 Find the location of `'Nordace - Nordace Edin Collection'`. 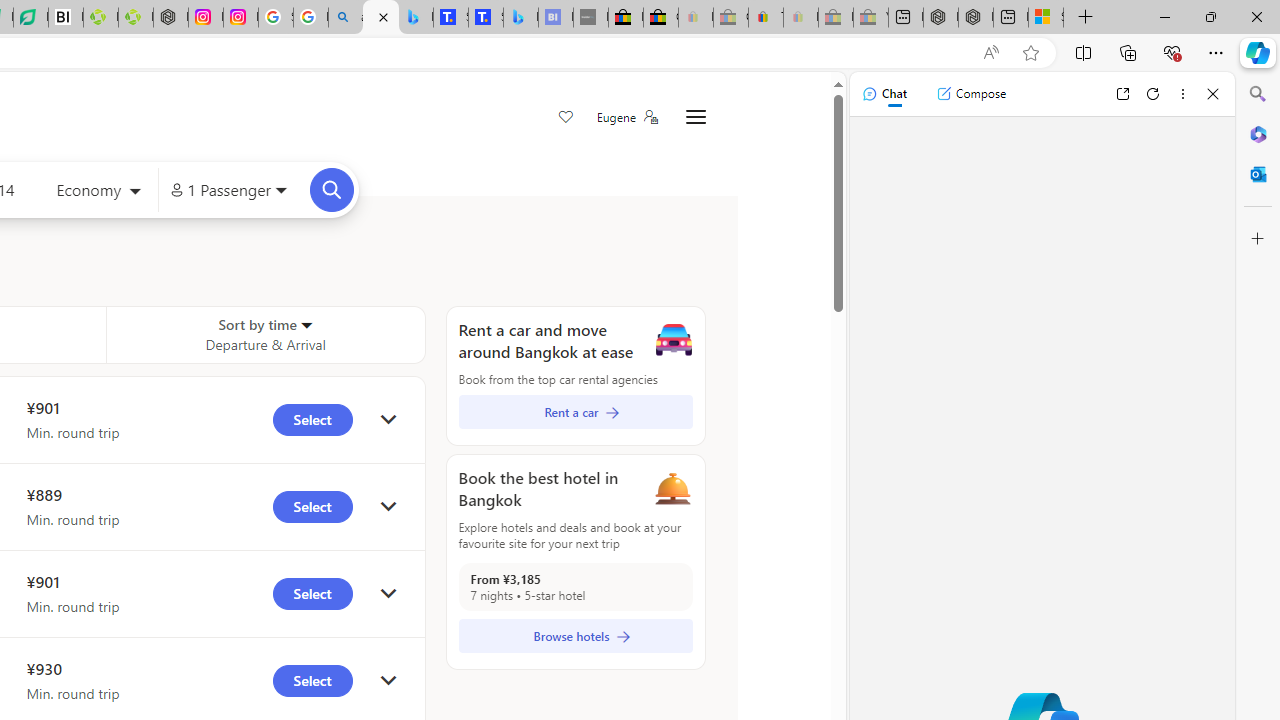

'Nordace - Nordace Edin Collection' is located at coordinates (170, 17).